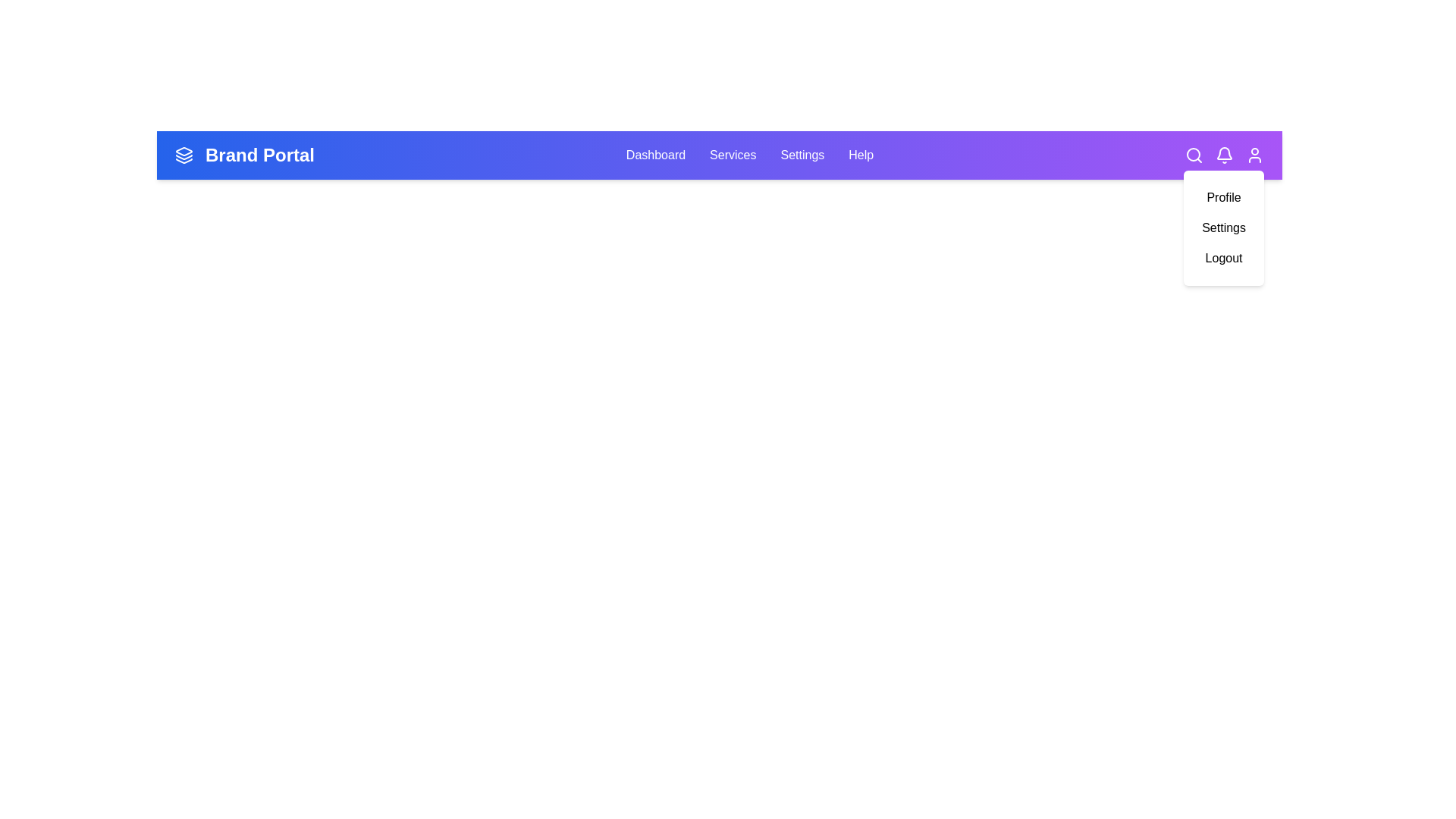 This screenshot has height=819, width=1456. Describe the element at coordinates (1193, 155) in the screenshot. I see `the search icon, which is a white magnifying glass with a round outline located in the top-right corner of the navigation bar` at that location.